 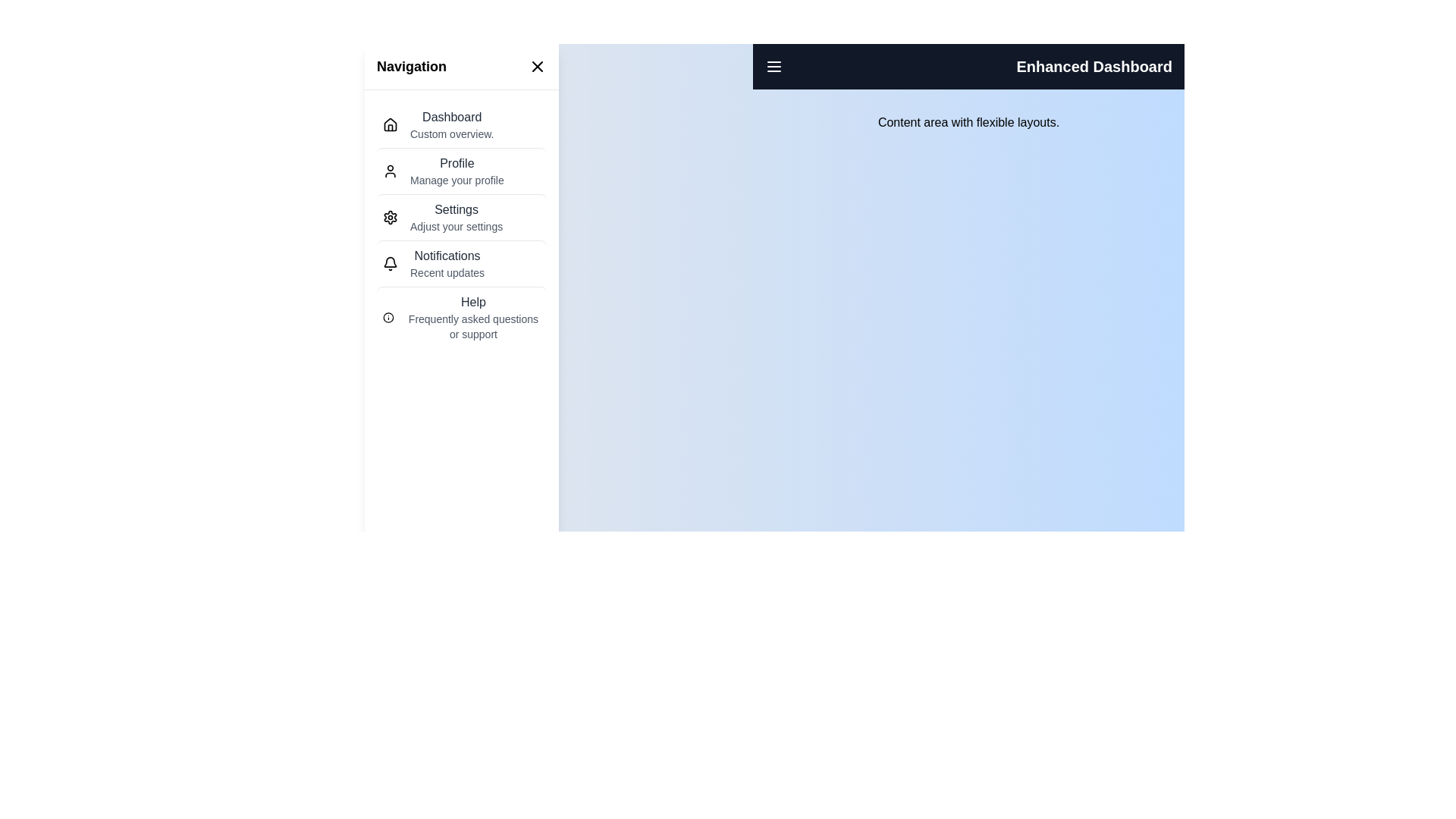 What do you see at coordinates (390, 217) in the screenshot?
I see `the settings icon in the sidebar menu` at bounding box center [390, 217].